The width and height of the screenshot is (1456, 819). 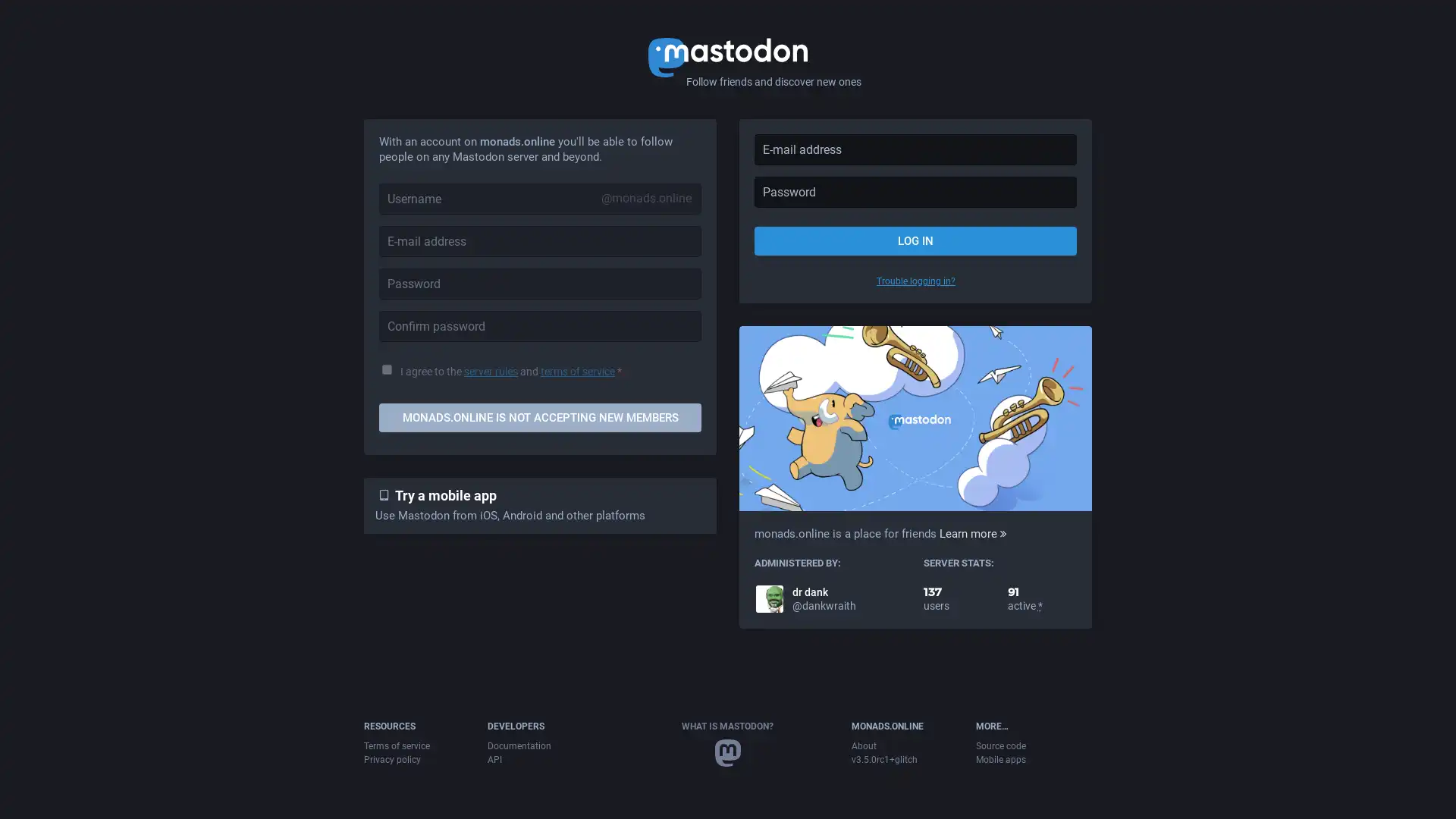 I want to click on MONADS.ONLINE IS NOT ACCEPTING NEW MEMBERS, so click(x=540, y=418).